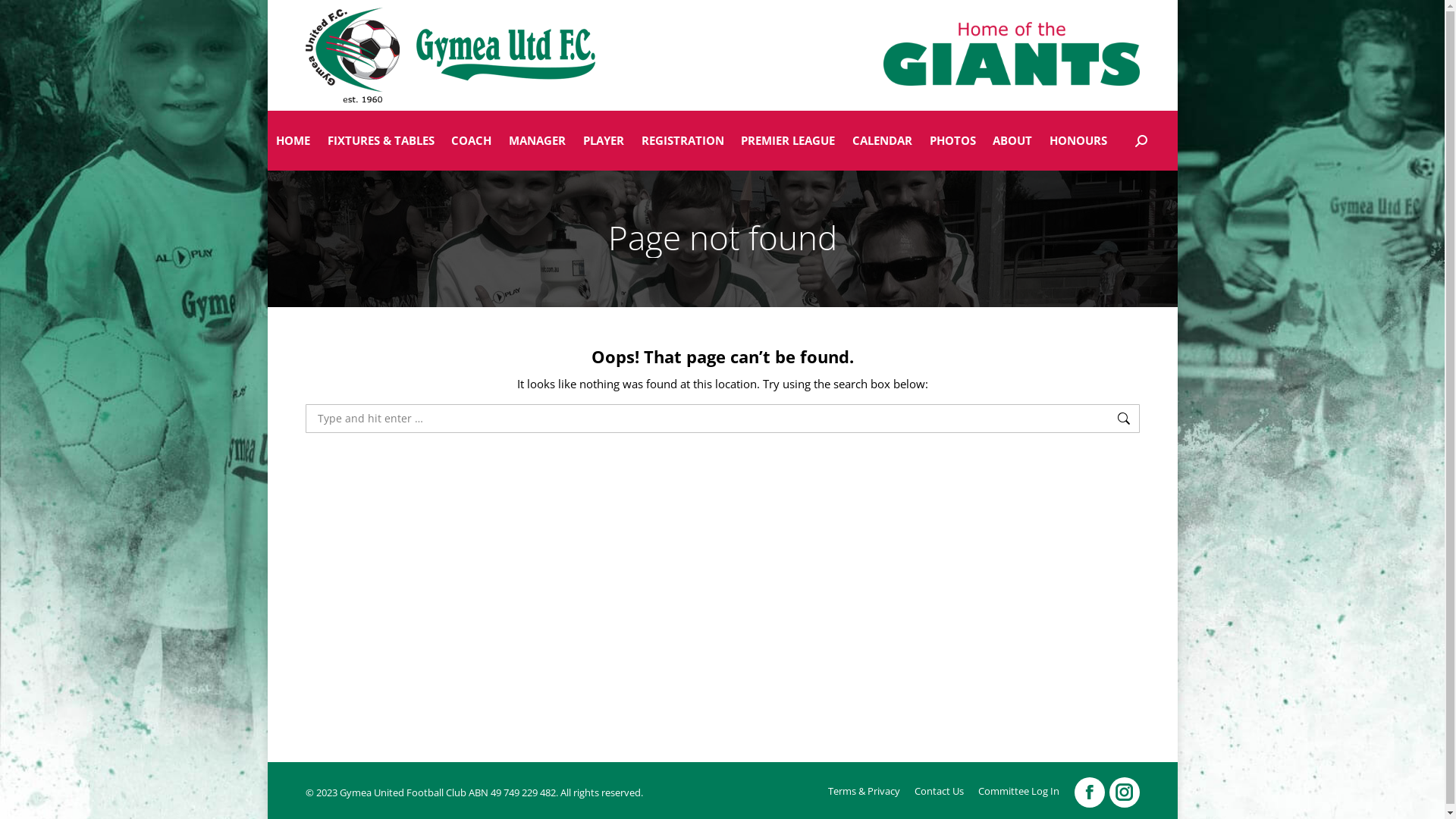 The height and width of the screenshot is (819, 1456). Describe the element at coordinates (266, 140) in the screenshot. I see `'HOME'` at that location.